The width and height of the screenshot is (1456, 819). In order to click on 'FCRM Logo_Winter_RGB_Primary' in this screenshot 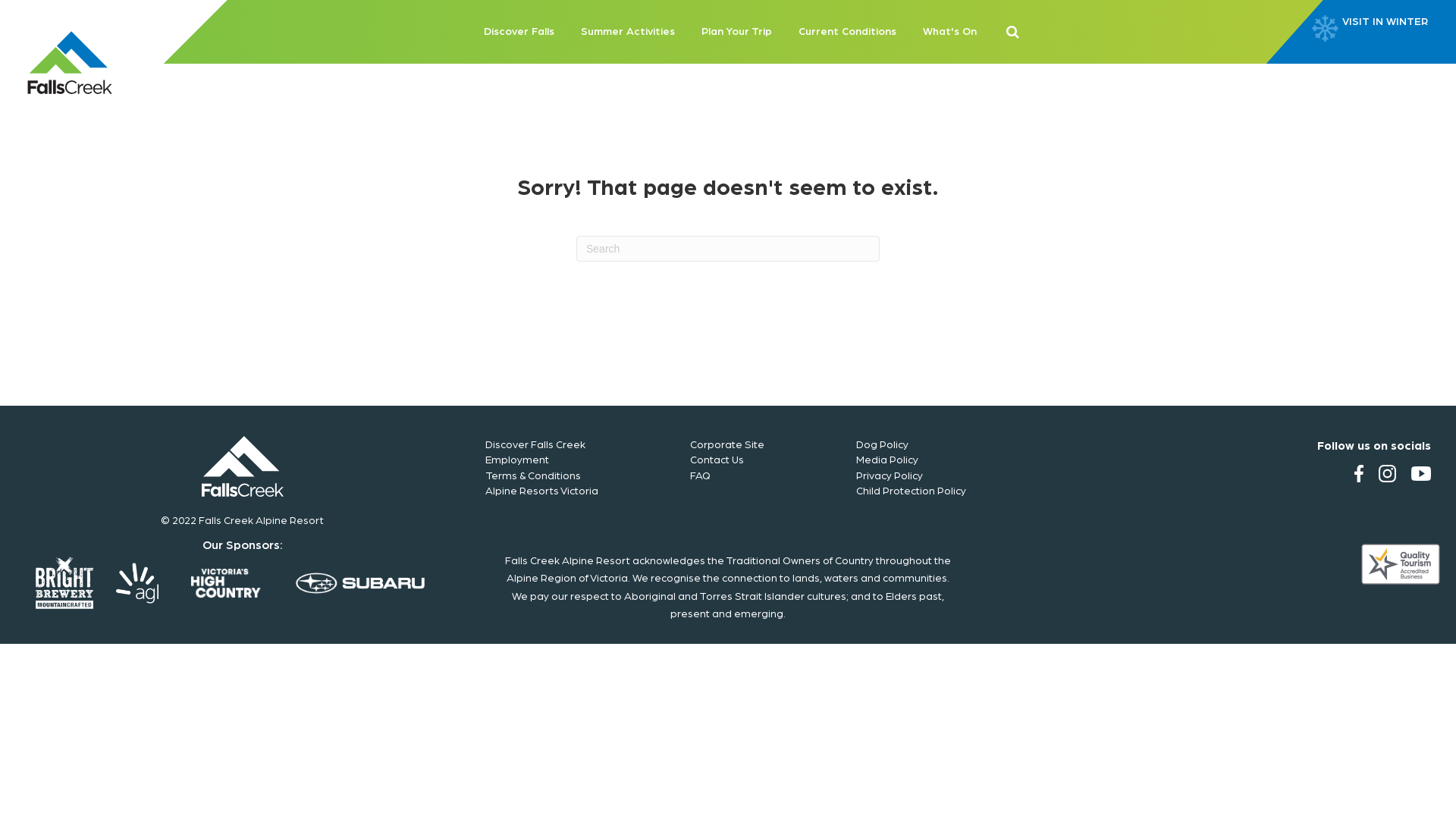, I will do `click(243, 465)`.